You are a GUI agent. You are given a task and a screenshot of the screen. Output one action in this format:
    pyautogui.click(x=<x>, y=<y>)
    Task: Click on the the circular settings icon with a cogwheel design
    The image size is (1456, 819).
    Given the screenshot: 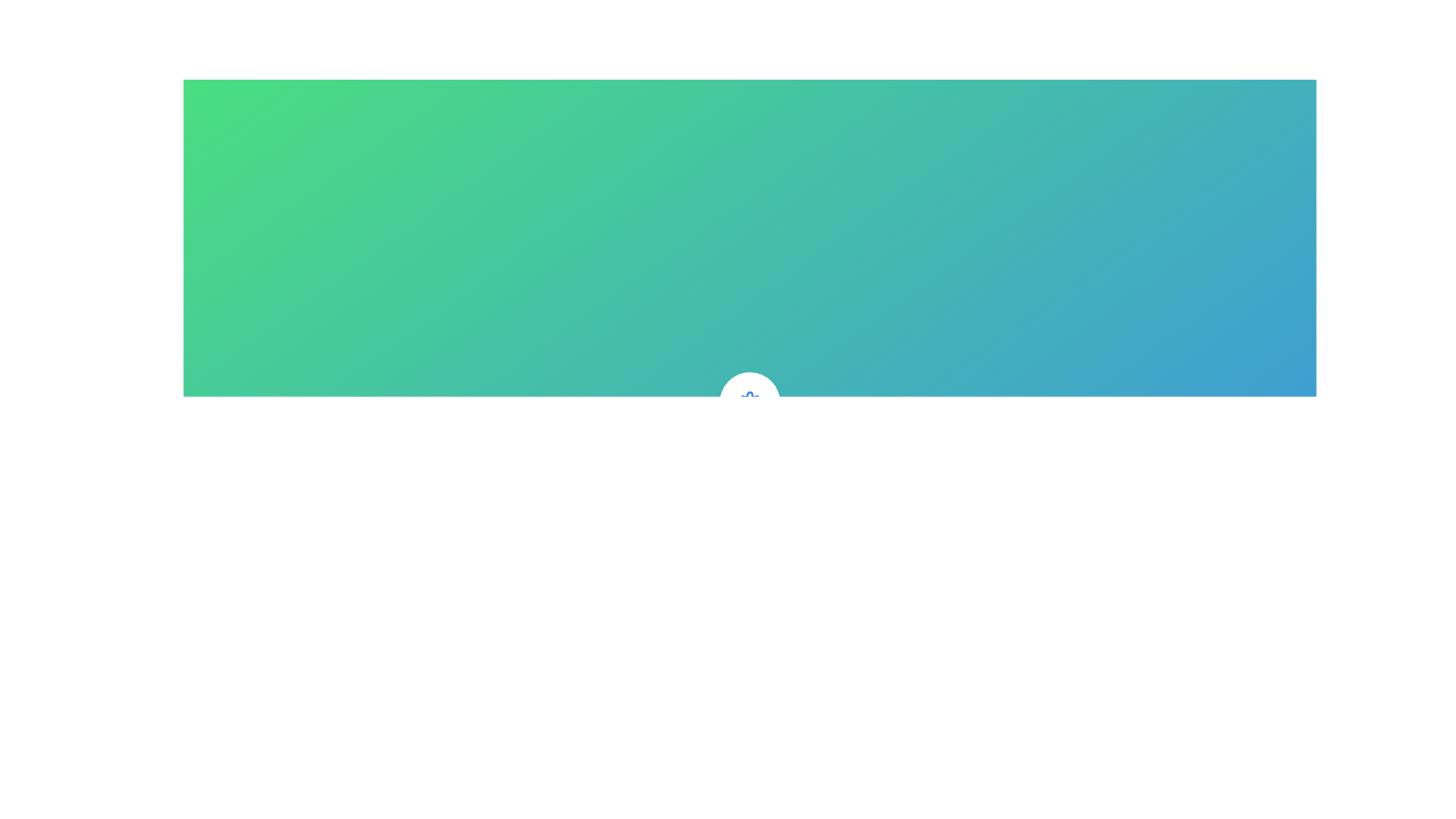 What is the action you would take?
    pyautogui.click(x=749, y=402)
    